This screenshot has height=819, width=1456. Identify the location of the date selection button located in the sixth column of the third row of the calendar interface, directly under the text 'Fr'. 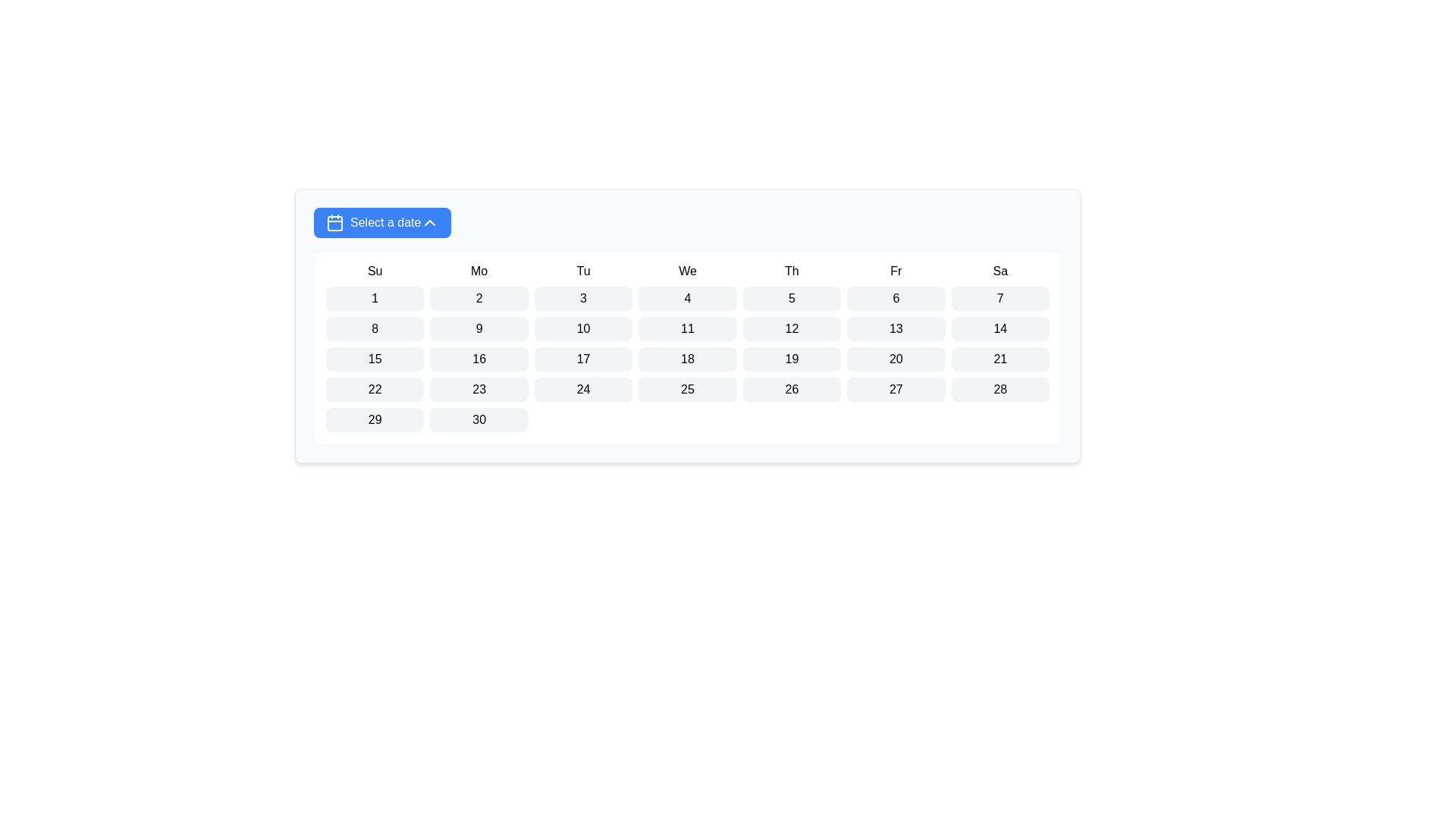
(896, 328).